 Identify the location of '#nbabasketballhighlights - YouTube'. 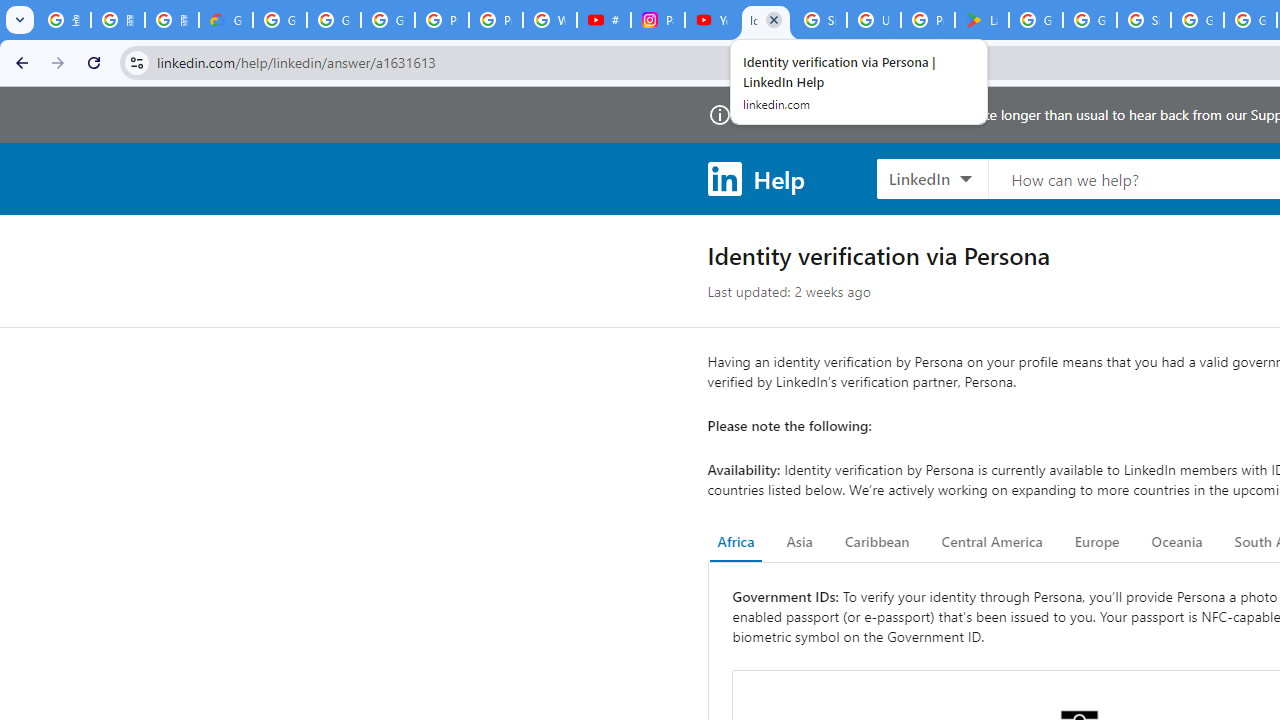
(603, 20).